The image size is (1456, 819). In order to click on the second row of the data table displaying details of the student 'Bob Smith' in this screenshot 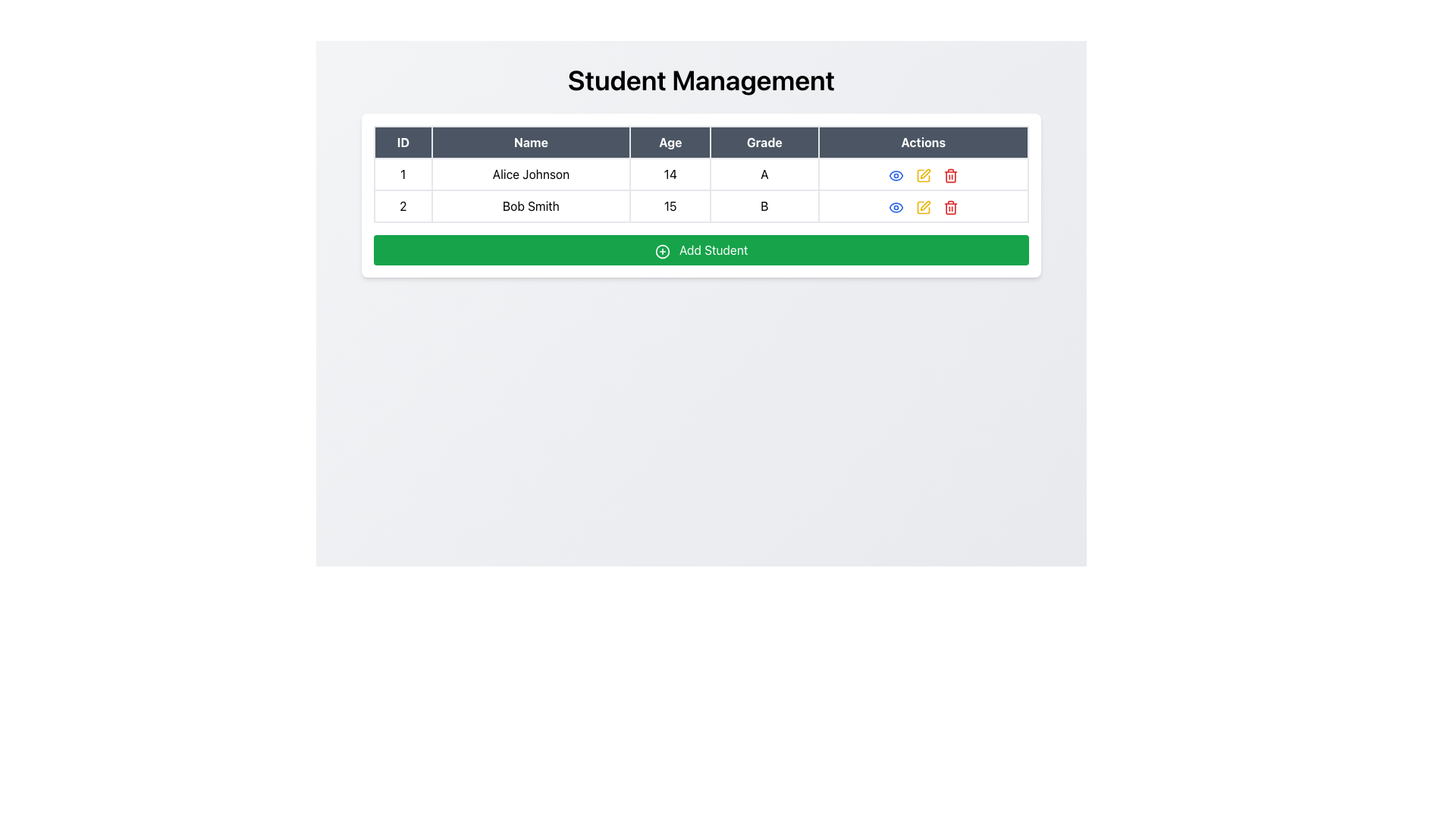, I will do `click(701, 206)`.